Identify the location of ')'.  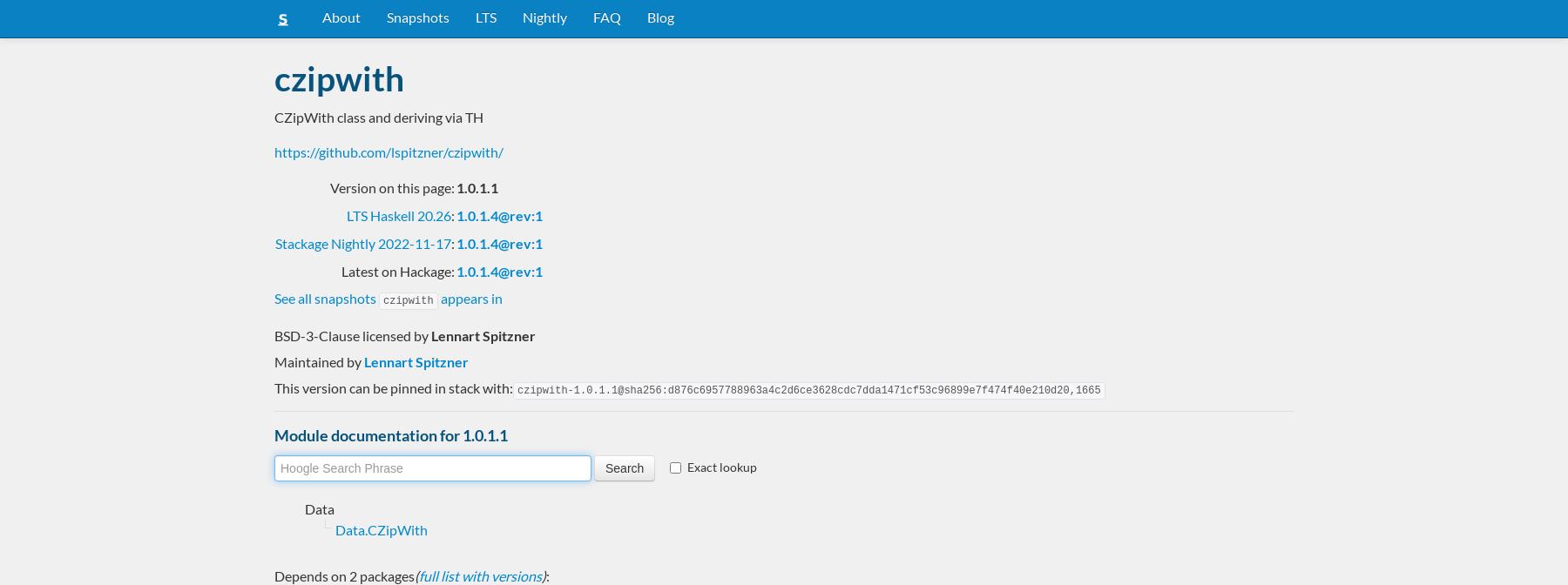
(542, 575).